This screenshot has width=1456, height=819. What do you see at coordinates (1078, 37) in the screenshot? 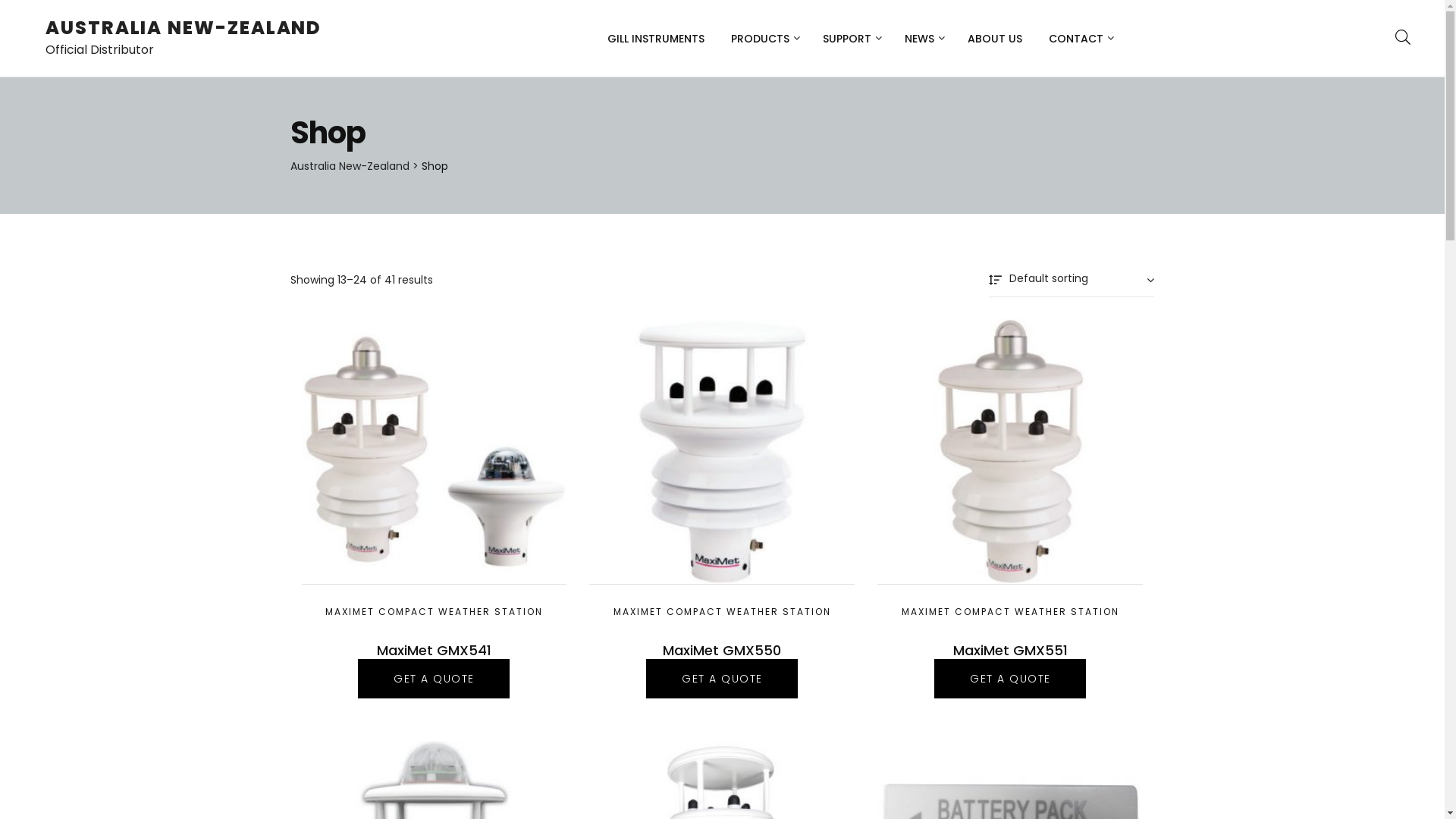
I see `'CONTACT'` at bounding box center [1078, 37].